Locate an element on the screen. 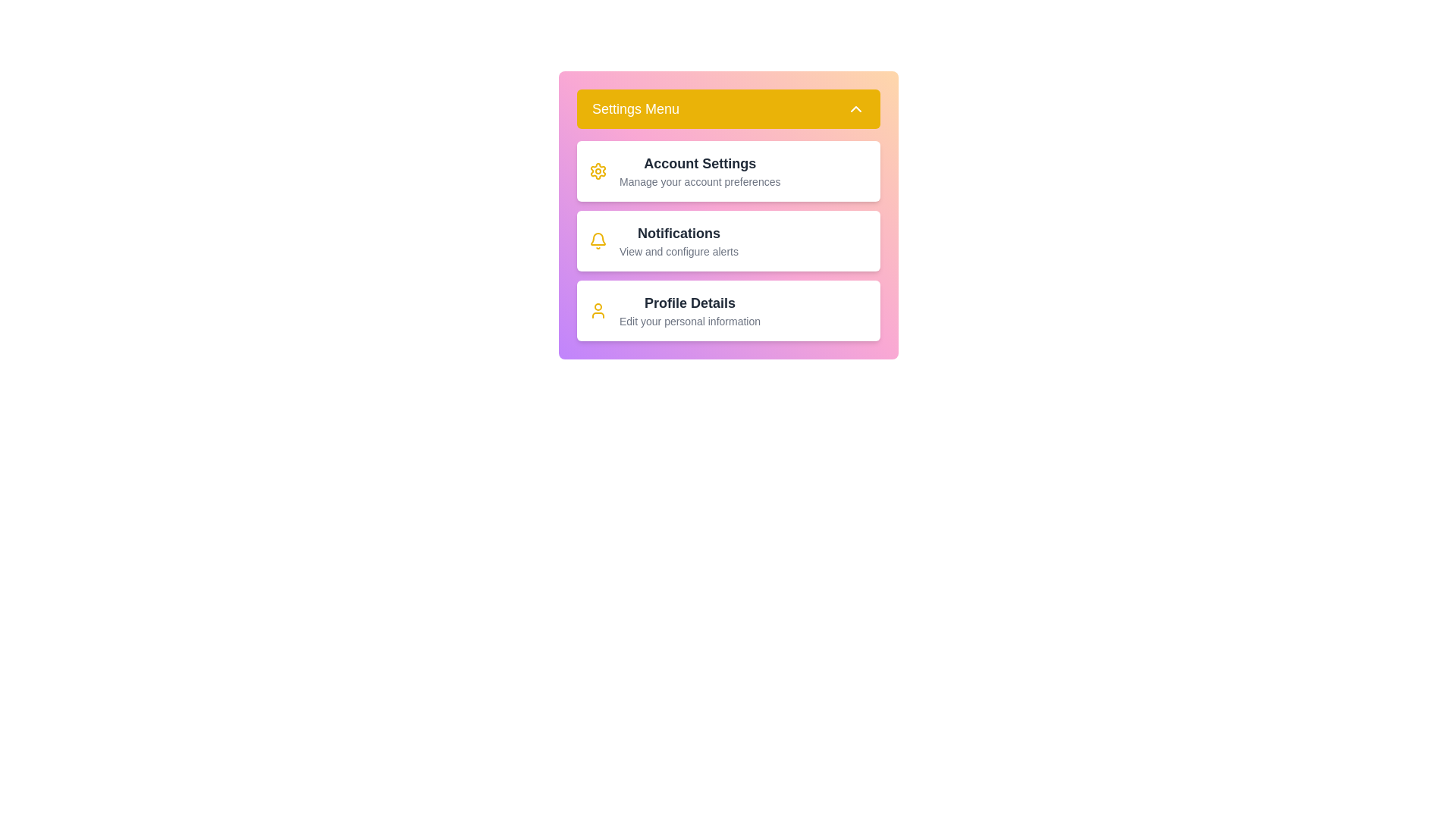  the 'Account Settings' button to open the account settings page is located at coordinates (728, 171).